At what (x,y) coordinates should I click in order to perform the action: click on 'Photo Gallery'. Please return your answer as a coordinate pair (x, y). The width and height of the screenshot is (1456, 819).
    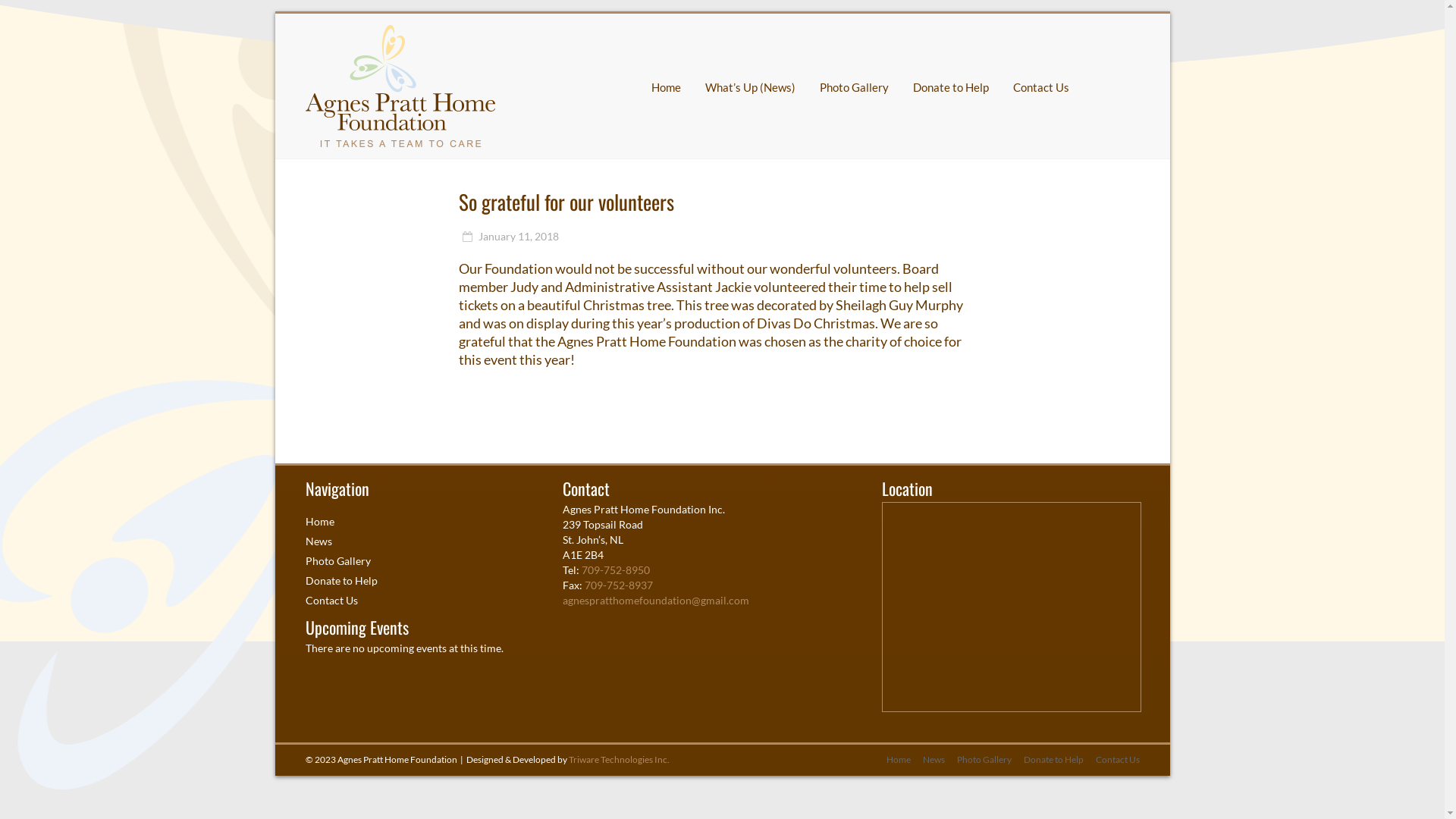
    Looking at the image, I should click on (944, 760).